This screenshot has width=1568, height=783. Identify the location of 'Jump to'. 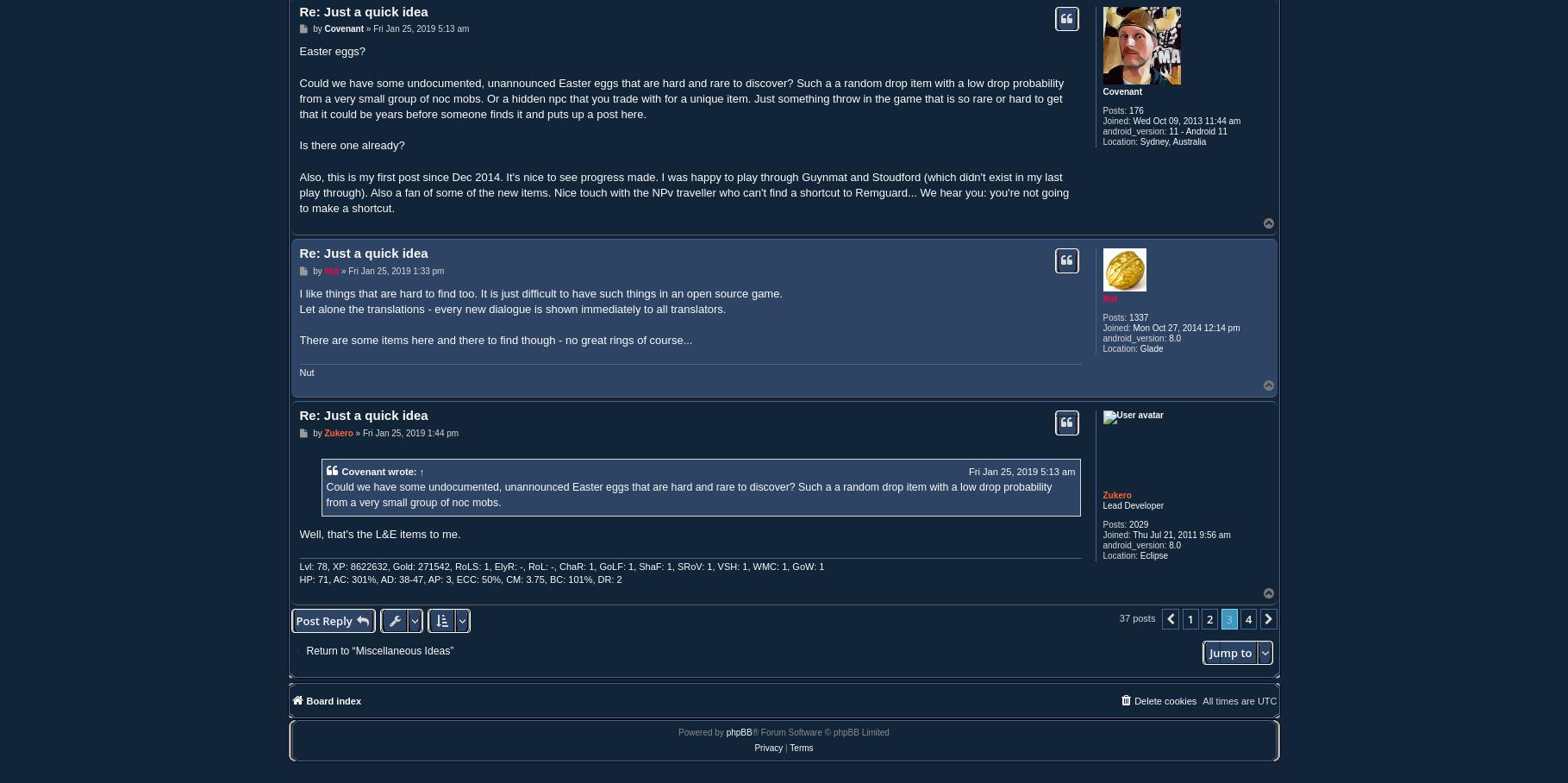
(1229, 652).